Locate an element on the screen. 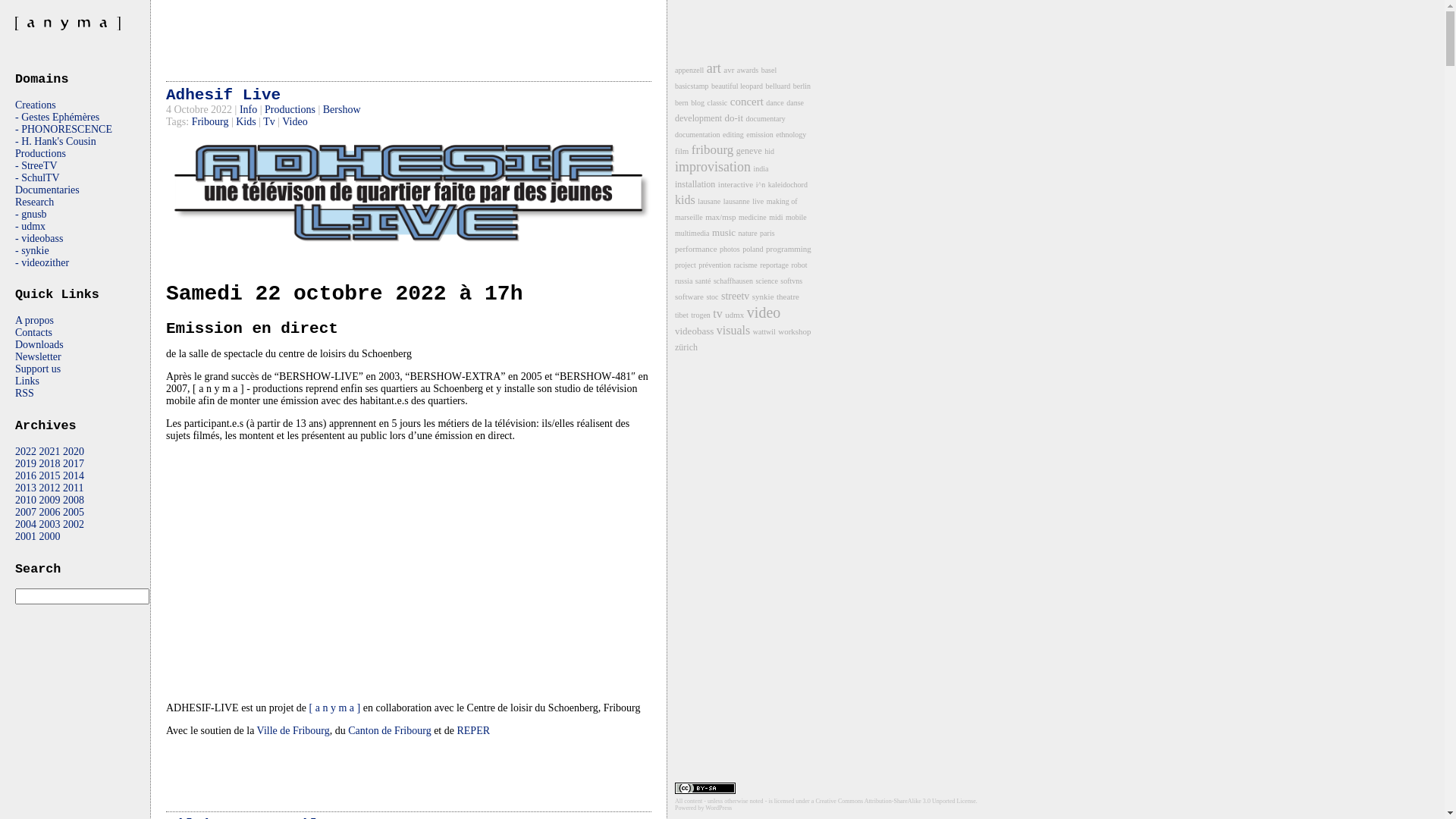 This screenshot has width=1456, height=819. 'lausanne' is located at coordinates (723, 200).